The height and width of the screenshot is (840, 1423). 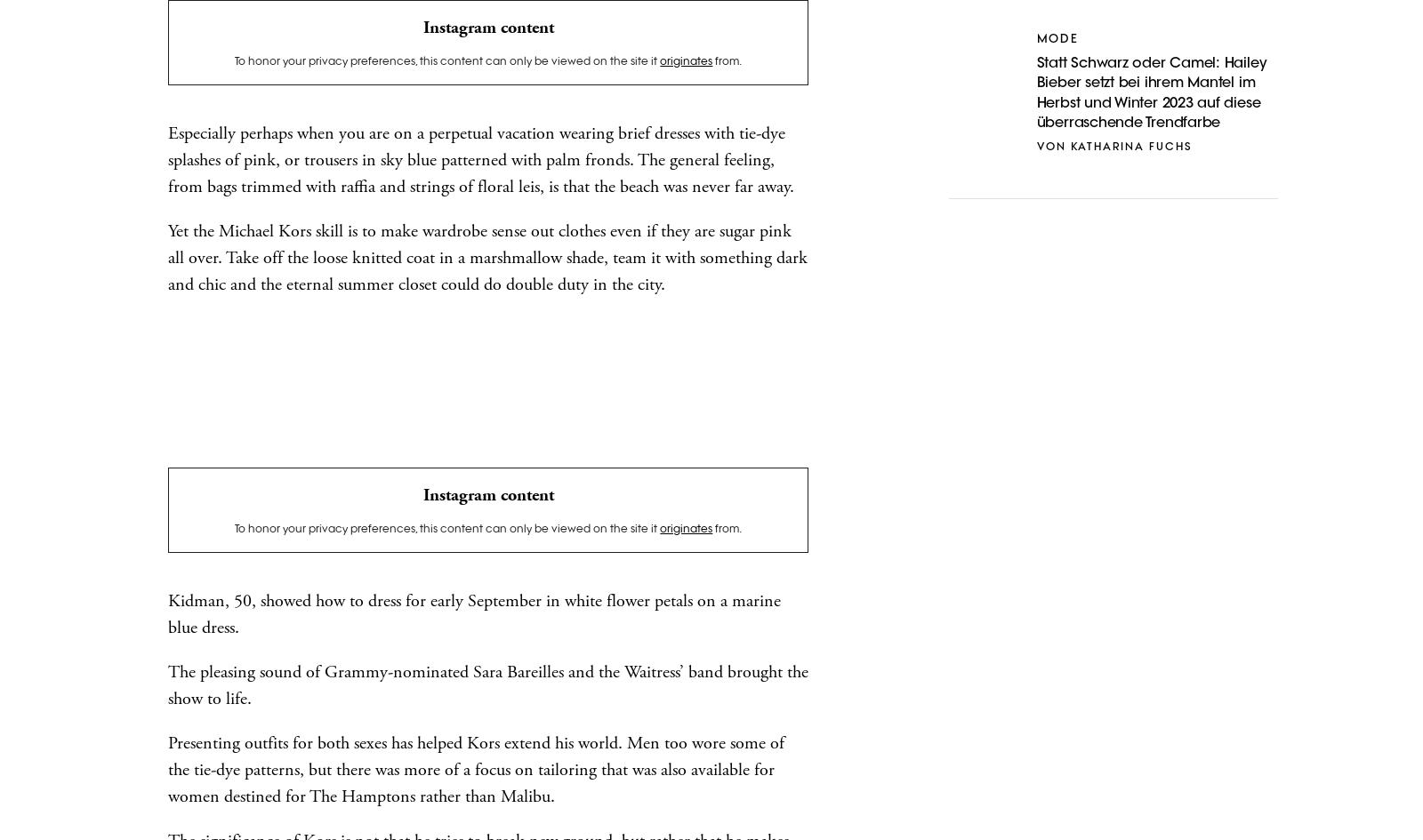 I want to click on 'Von', so click(x=1035, y=148).